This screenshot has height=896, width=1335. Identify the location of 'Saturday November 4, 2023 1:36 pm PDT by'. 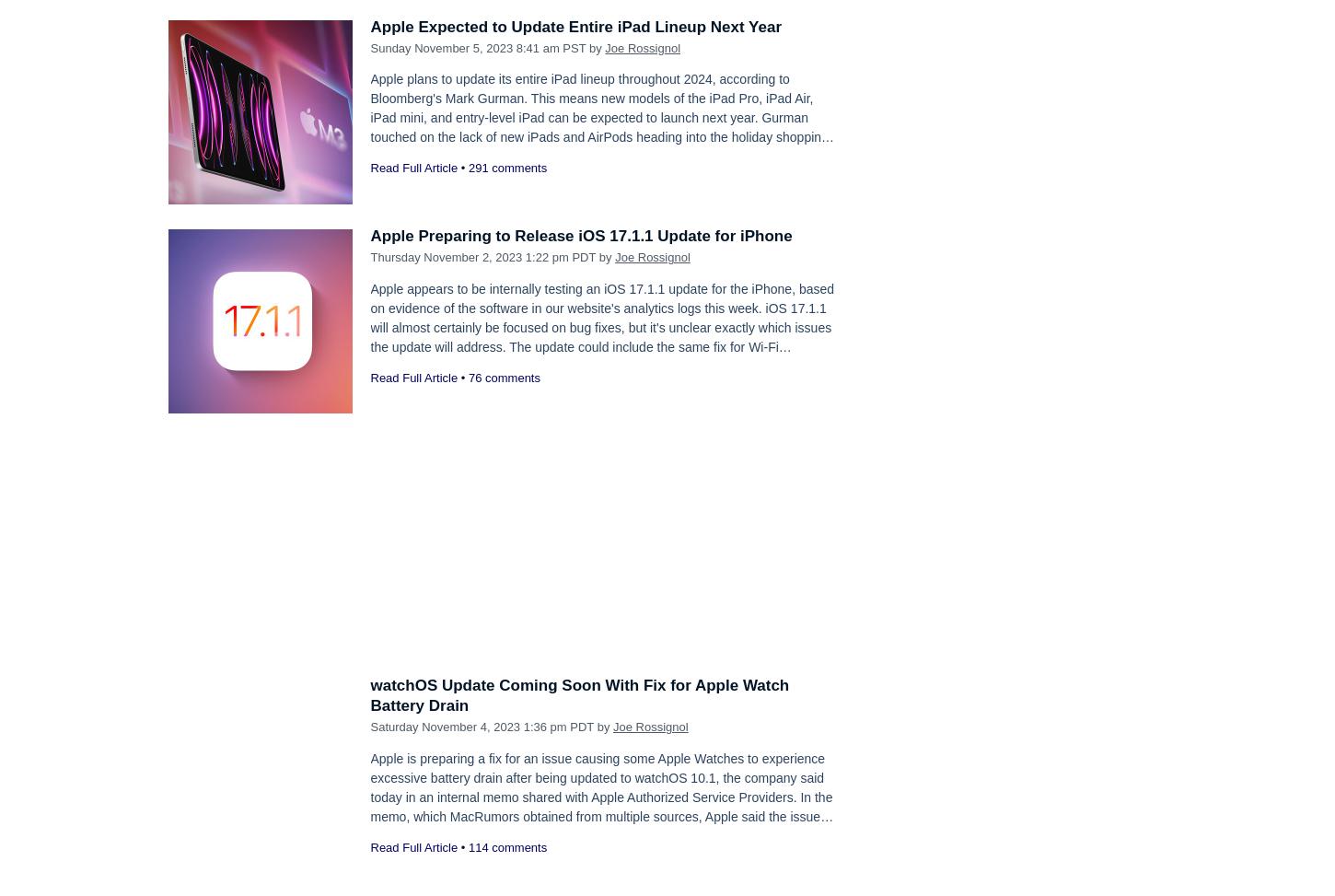
(368, 726).